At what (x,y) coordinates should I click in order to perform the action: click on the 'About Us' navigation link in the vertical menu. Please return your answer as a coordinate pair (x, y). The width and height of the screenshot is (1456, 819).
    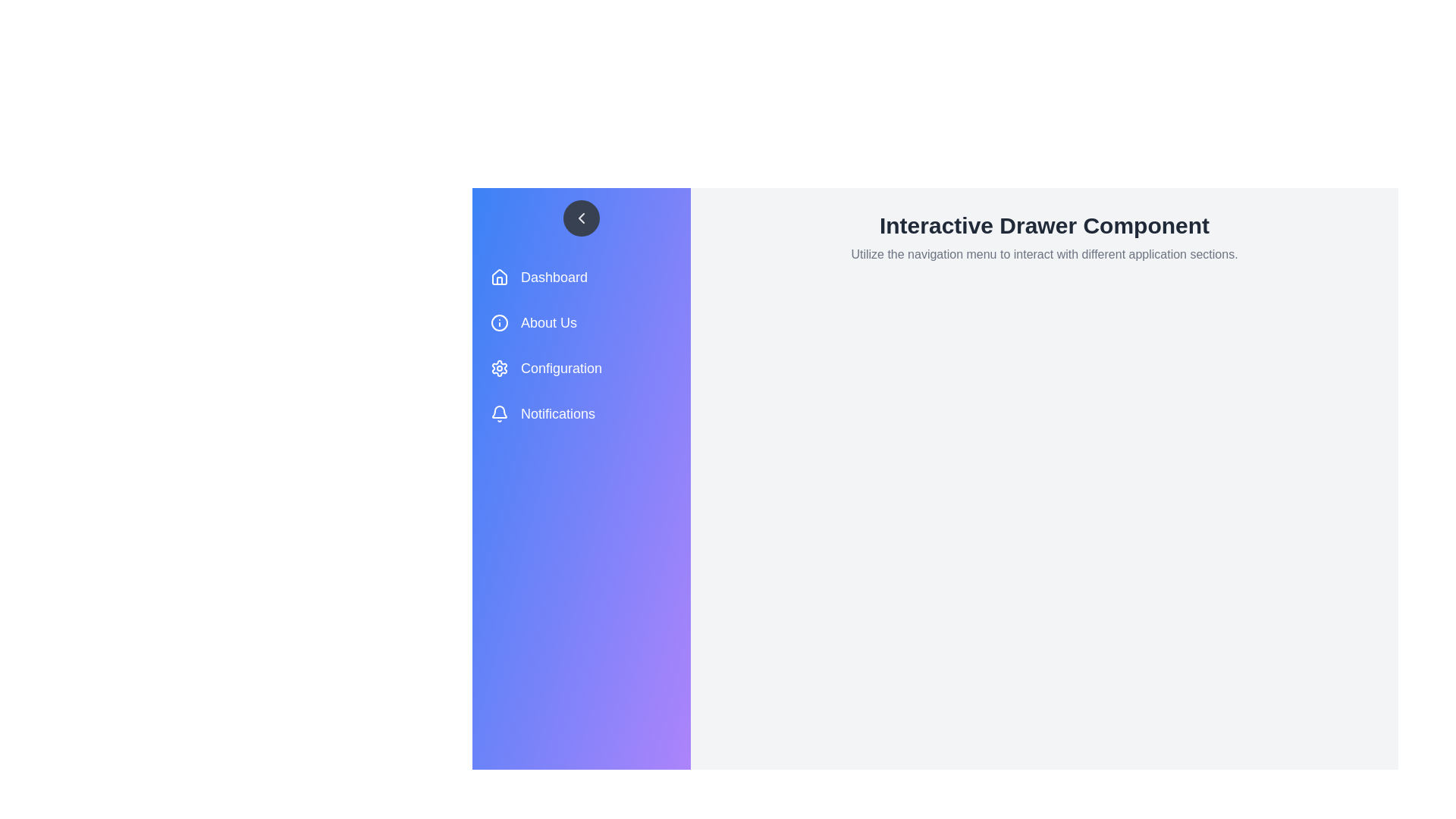
    Looking at the image, I should click on (586, 345).